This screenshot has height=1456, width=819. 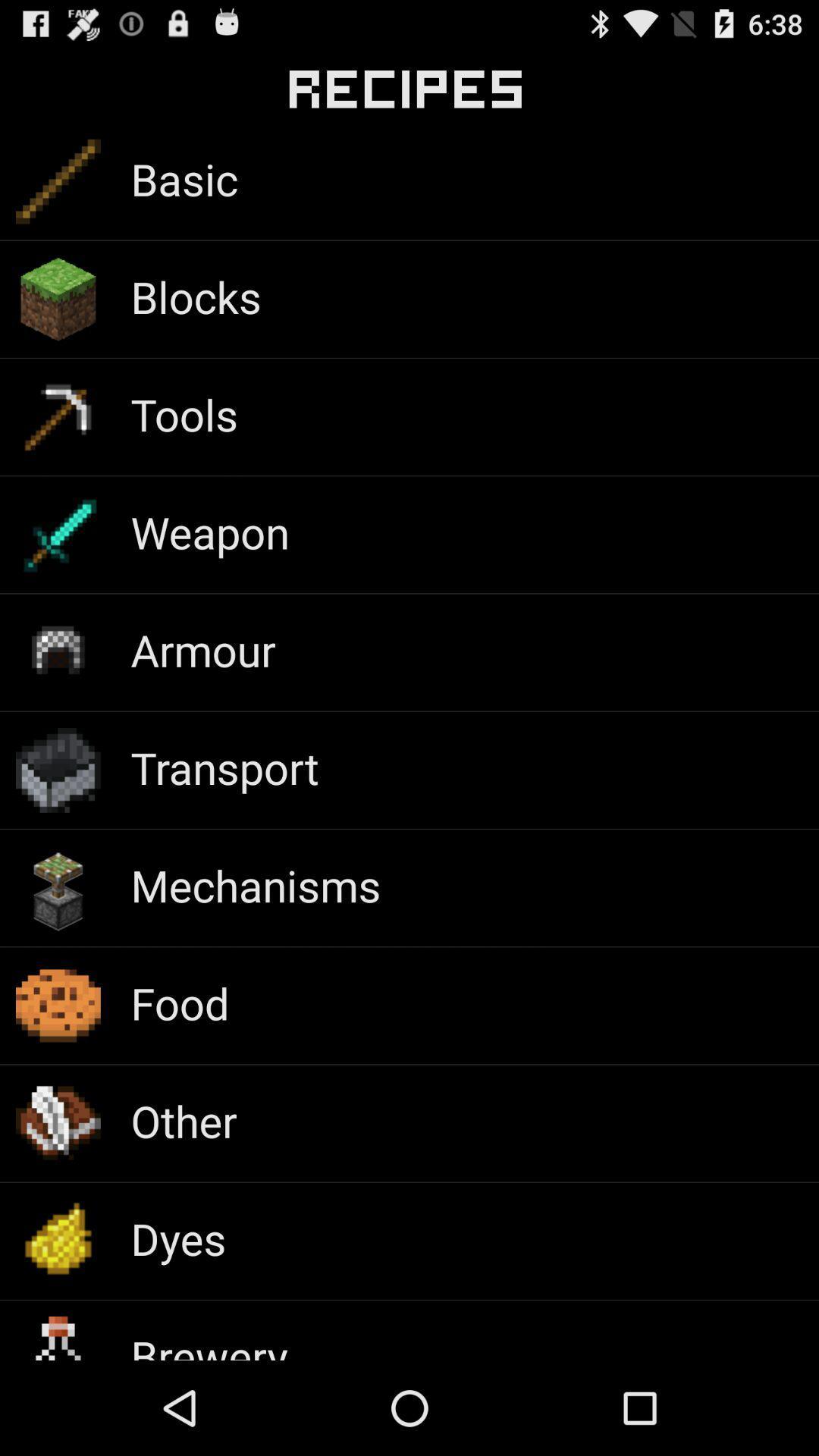 I want to click on the icon which is beside basic, so click(x=58, y=182).